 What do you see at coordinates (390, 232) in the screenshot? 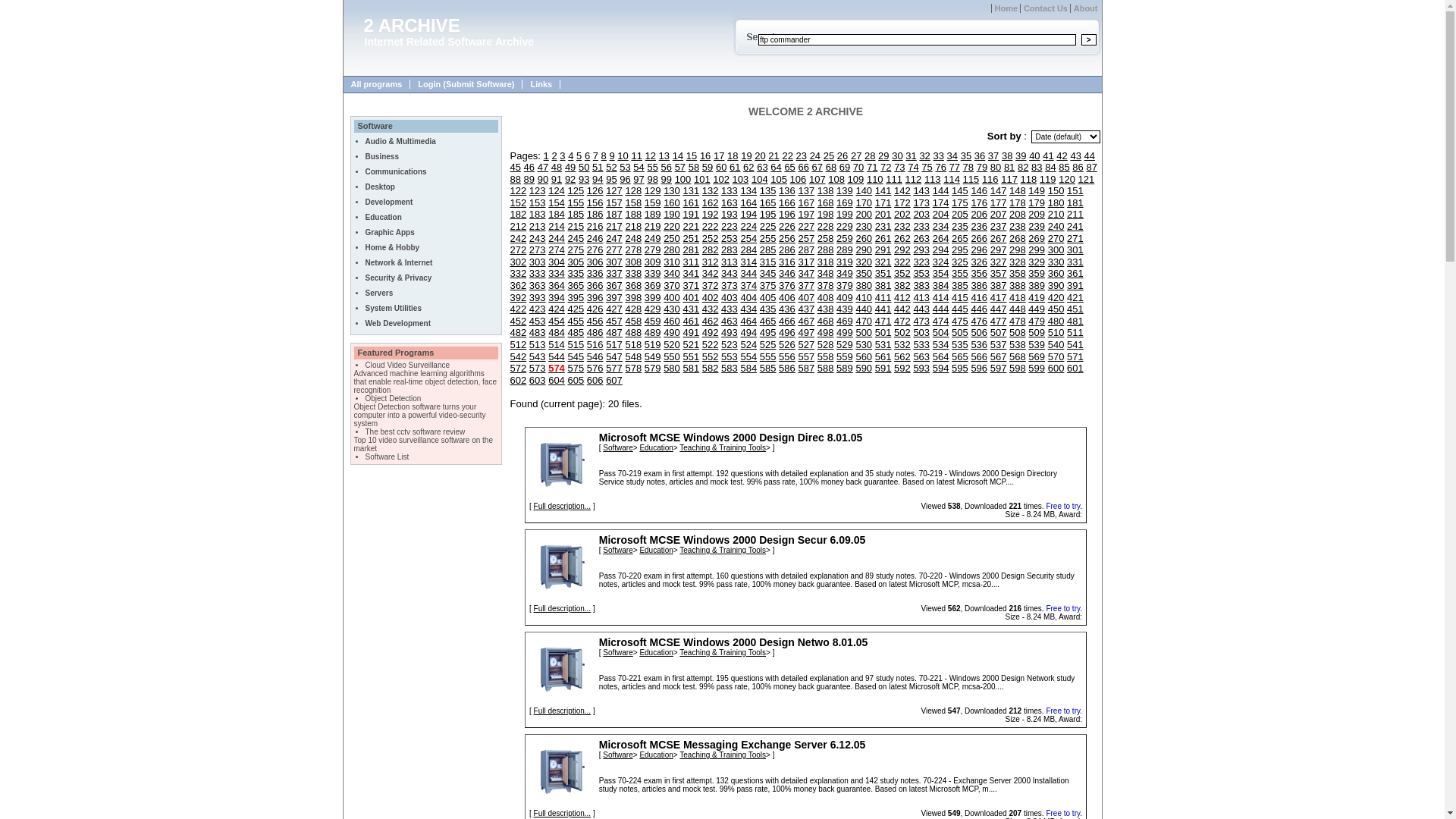
I see `'Graphic Apps'` at bounding box center [390, 232].